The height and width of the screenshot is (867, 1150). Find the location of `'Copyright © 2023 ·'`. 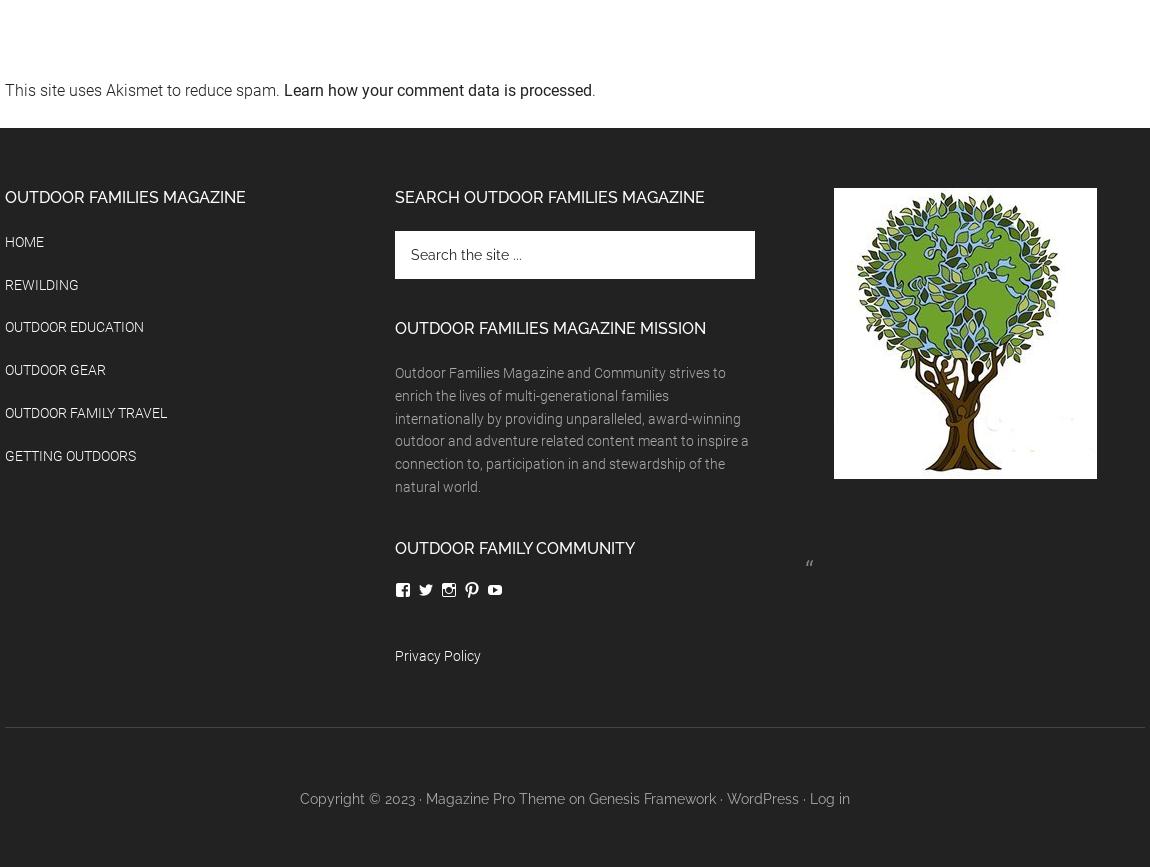

'Copyright © 2023 ·' is located at coordinates (363, 798).